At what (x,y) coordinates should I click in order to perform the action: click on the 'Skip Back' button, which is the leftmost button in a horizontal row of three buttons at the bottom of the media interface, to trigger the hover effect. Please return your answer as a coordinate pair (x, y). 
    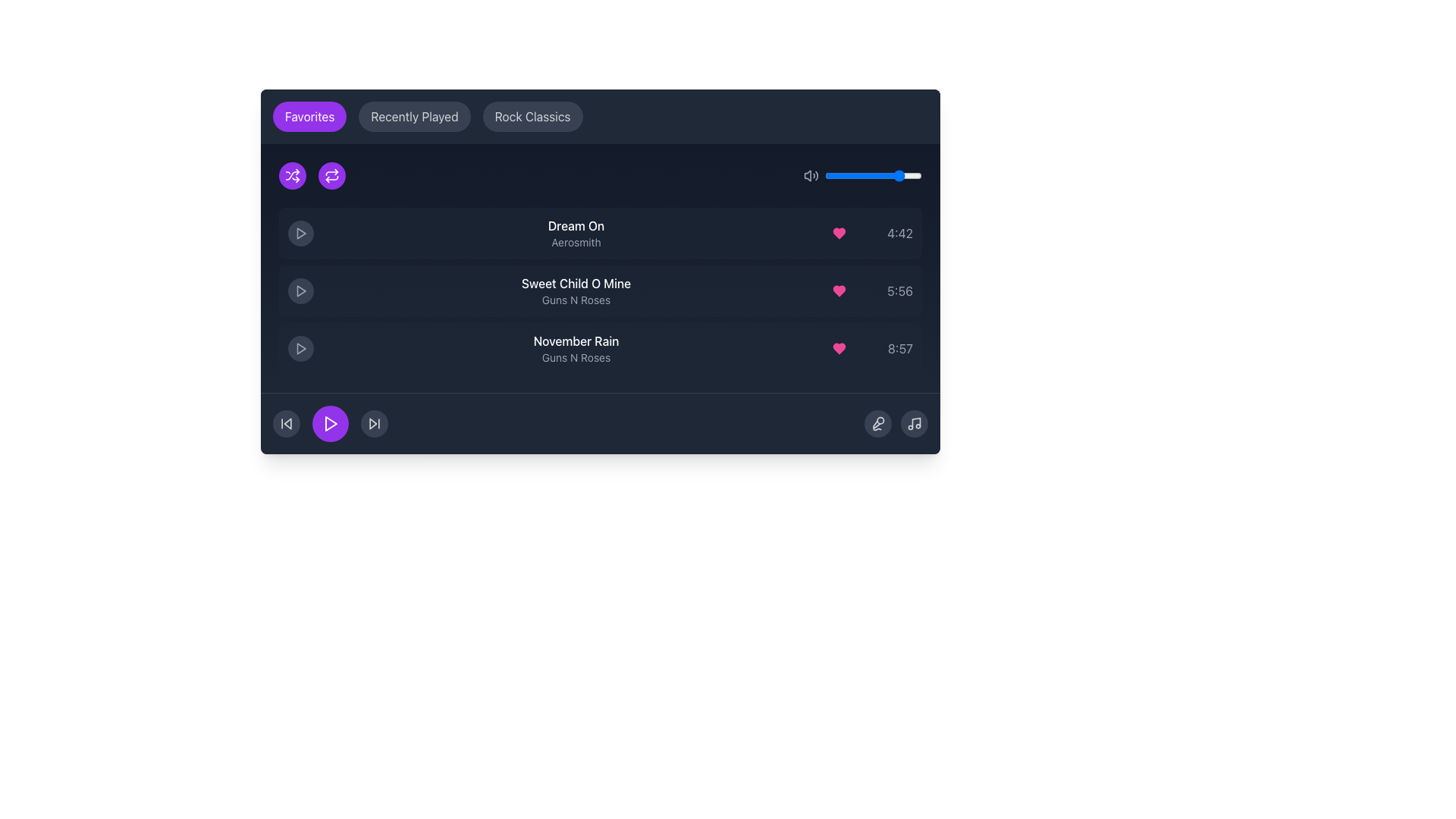
    Looking at the image, I should click on (287, 424).